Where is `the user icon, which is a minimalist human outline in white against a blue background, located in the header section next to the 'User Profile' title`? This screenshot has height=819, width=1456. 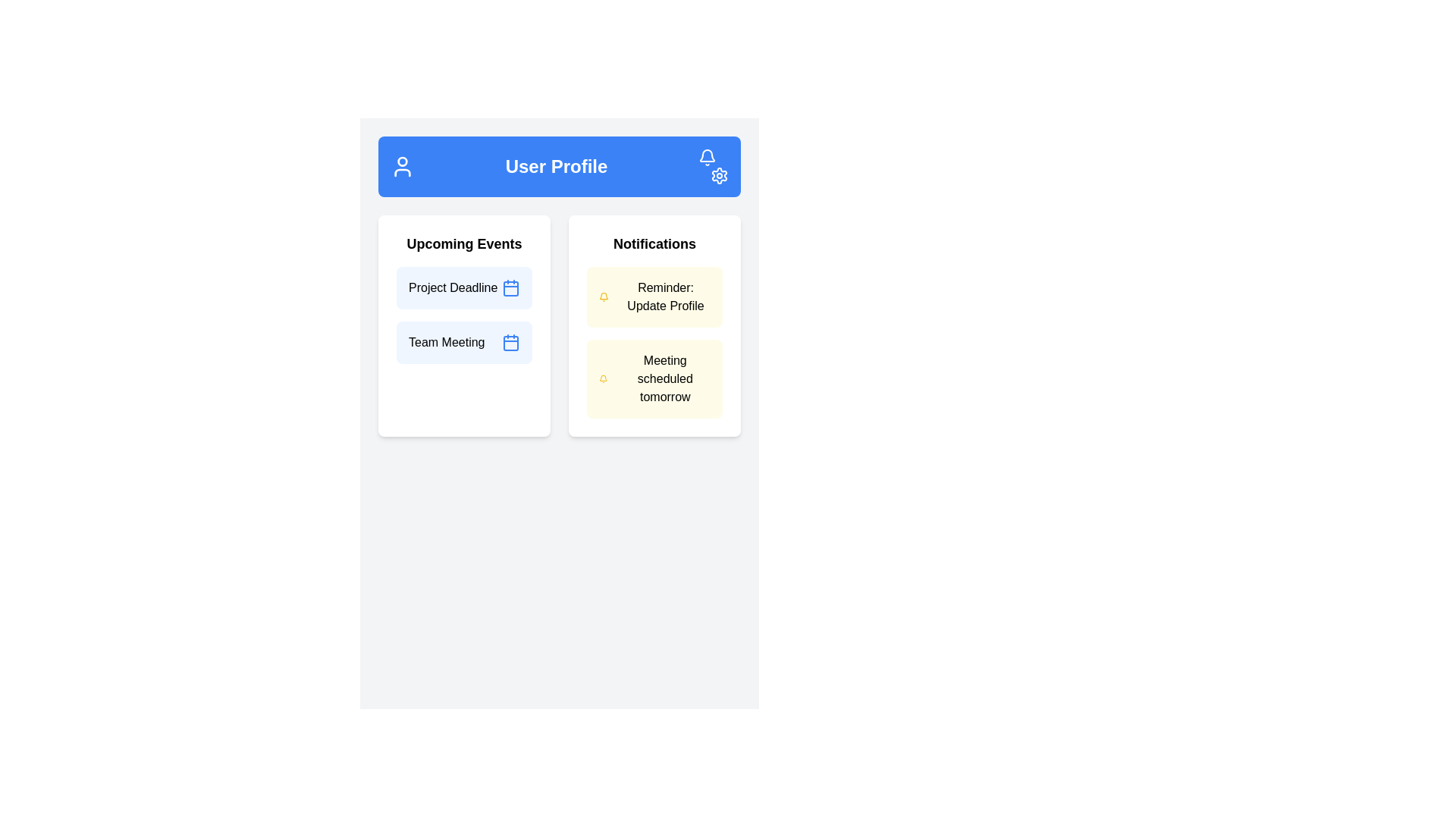 the user icon, which is a minimalist human outline in white against a blue background, located in the header section next to the 'User Profile' title is located at coordinates (403, 166).